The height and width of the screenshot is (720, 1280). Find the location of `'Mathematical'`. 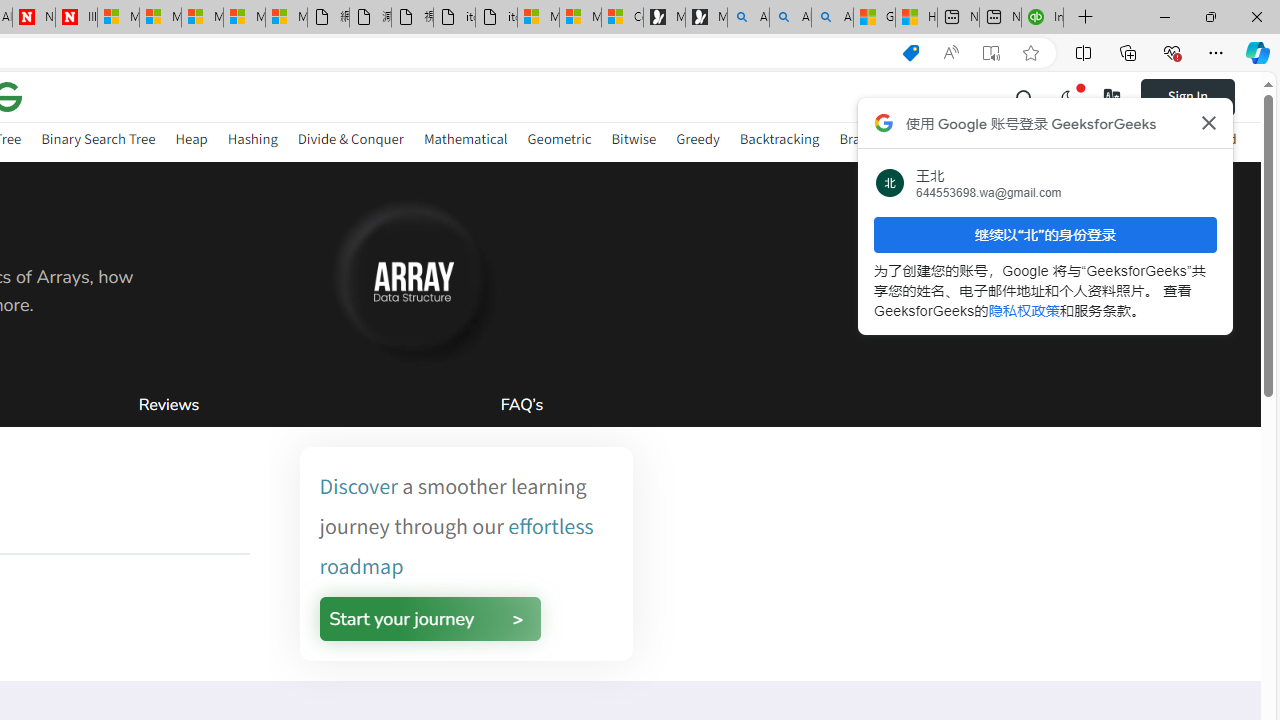

'Mathematical' is located at coordinates (464, 138).